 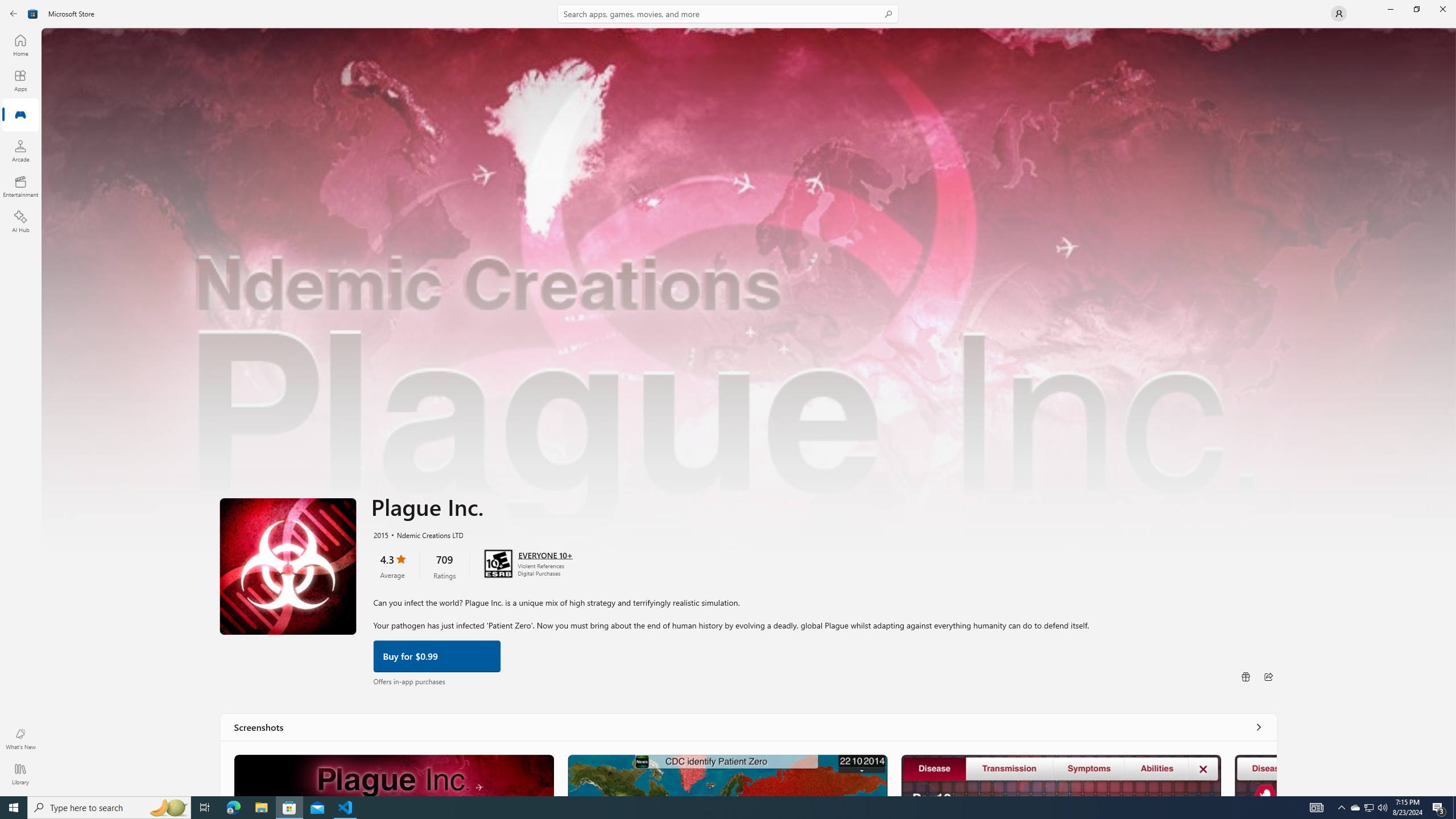 What do you see at coordinates (424, 533) in the screenshot?
I see `'Ndemic Creations LTD'` at bounding box center [424, 533].